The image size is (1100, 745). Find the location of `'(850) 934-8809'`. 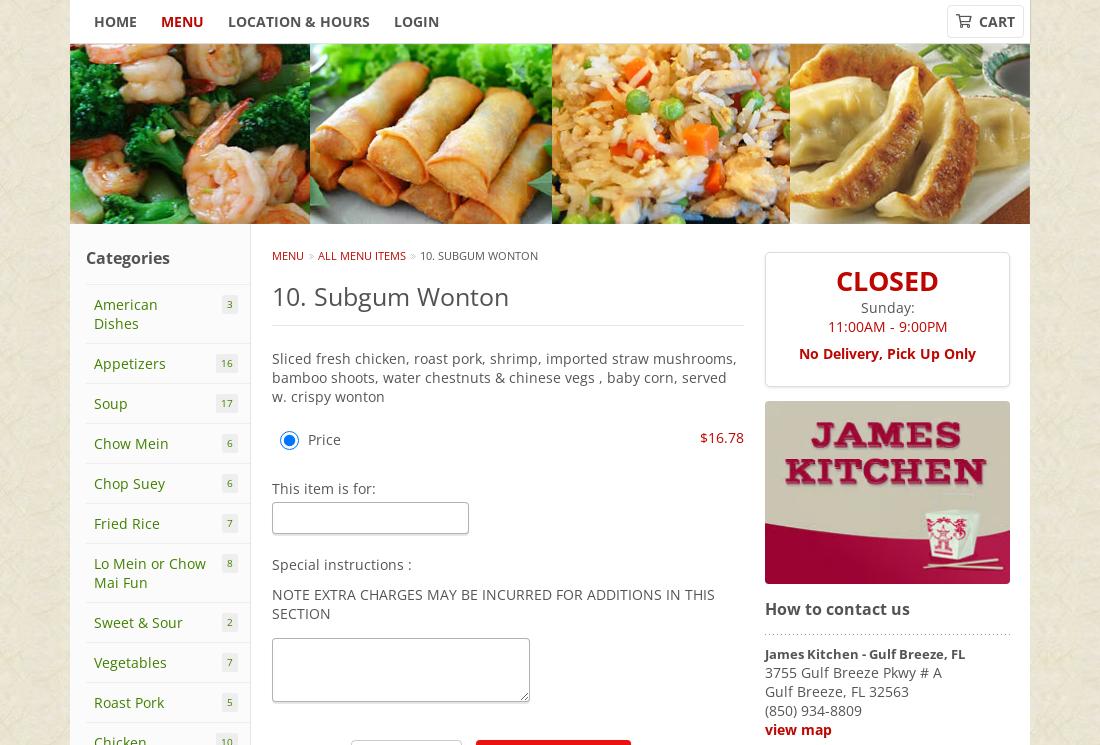

'(850) 934-8809' is located at coordinates (813, 709).